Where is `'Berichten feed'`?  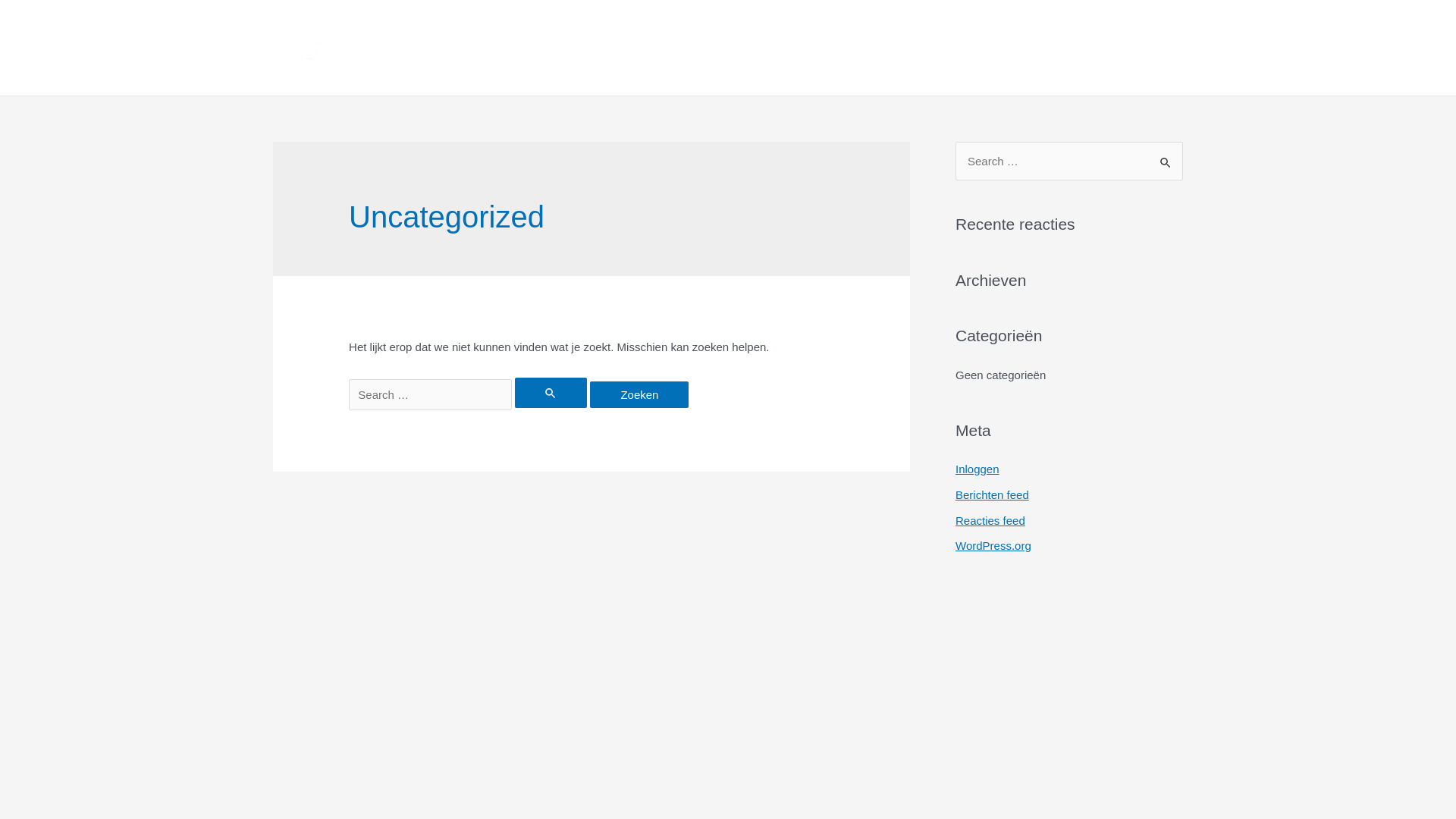 'Berichten feed' is located at coordinates (954, 494).